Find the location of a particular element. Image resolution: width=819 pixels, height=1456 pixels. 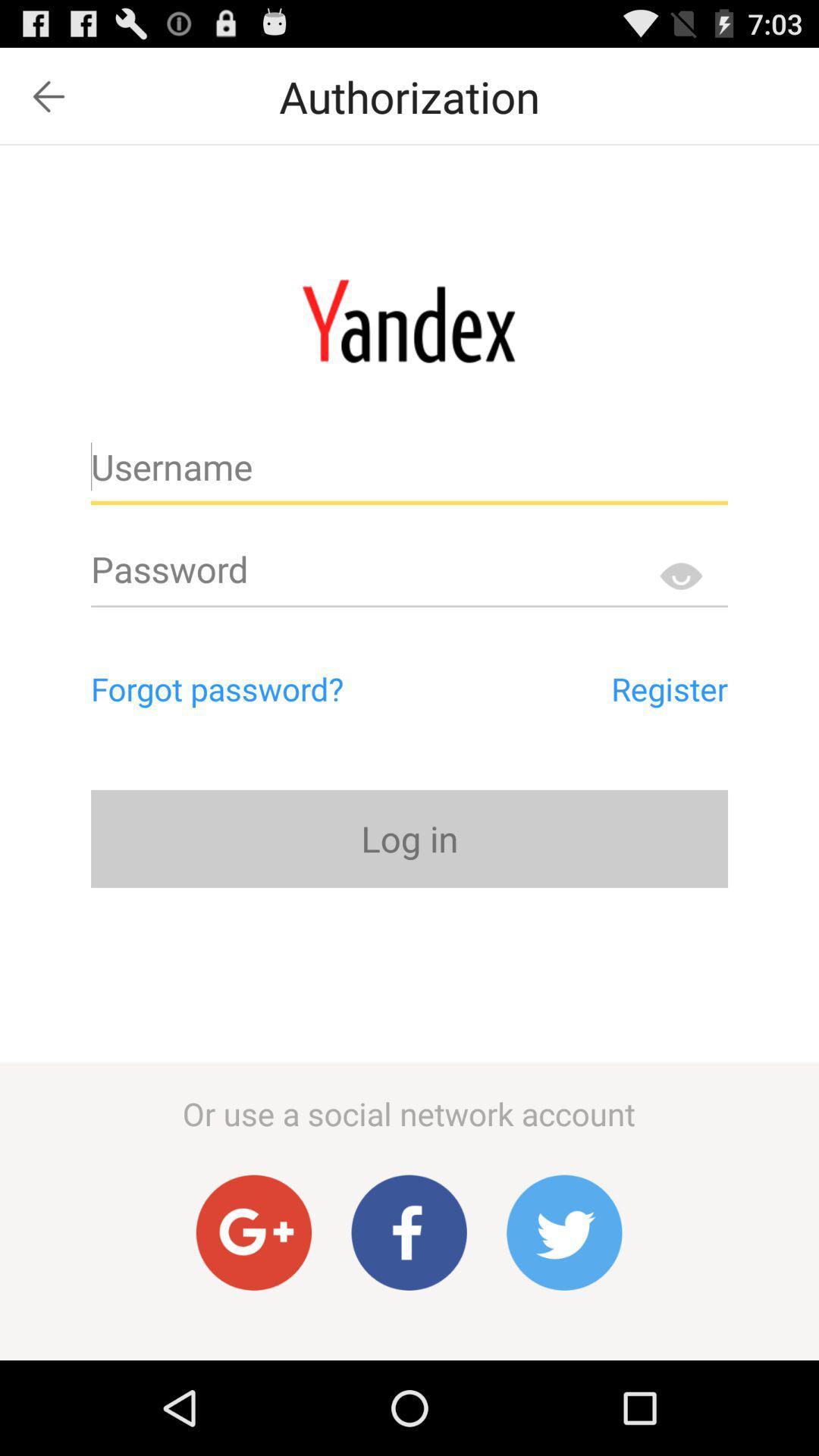

the item above the log in icon is located at coordinates (281, 688).